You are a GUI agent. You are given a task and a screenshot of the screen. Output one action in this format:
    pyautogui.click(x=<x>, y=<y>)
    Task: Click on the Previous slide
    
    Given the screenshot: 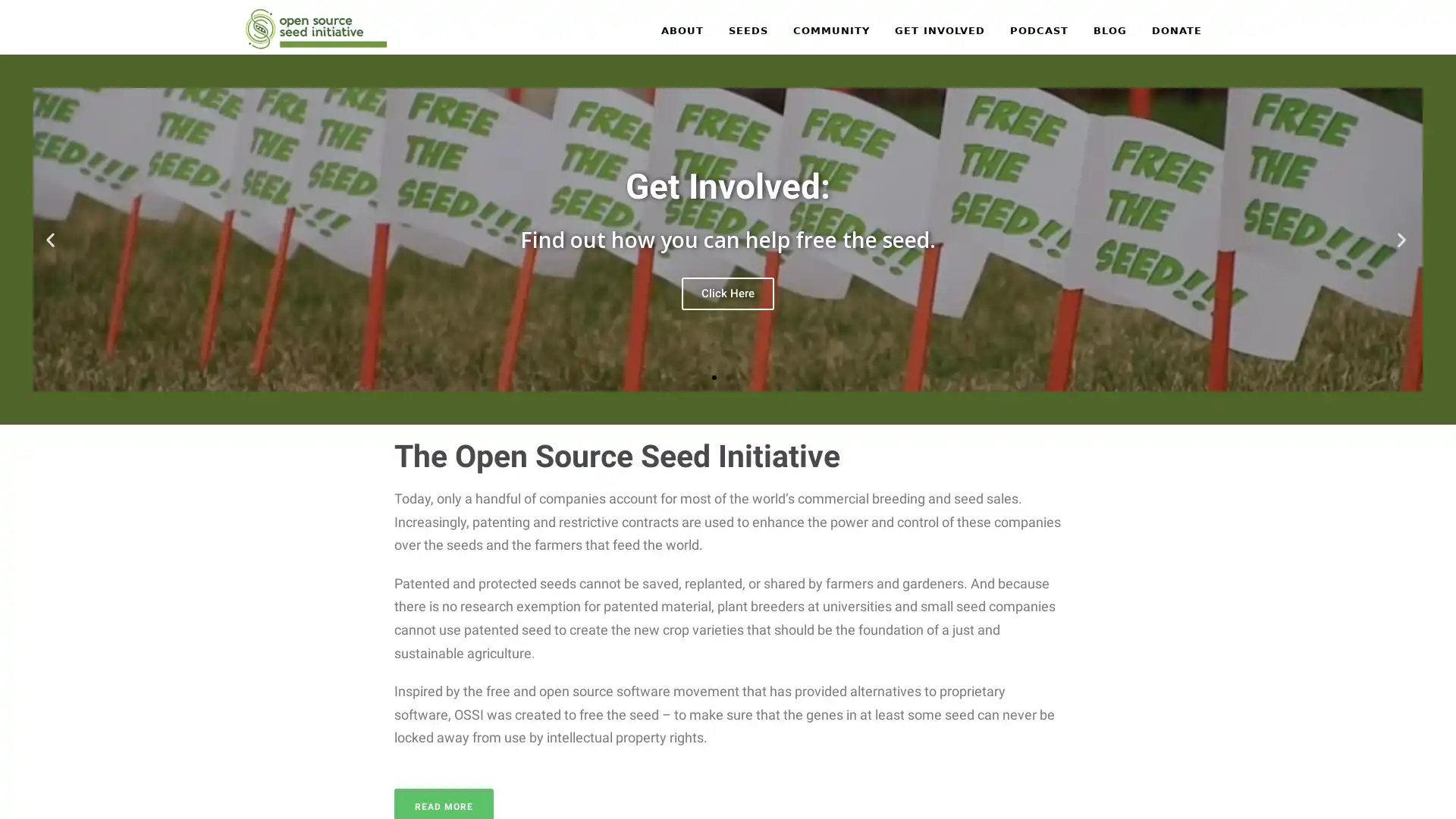 What is the action you would take?
    pyautogui.click(x=52, y=239)
    